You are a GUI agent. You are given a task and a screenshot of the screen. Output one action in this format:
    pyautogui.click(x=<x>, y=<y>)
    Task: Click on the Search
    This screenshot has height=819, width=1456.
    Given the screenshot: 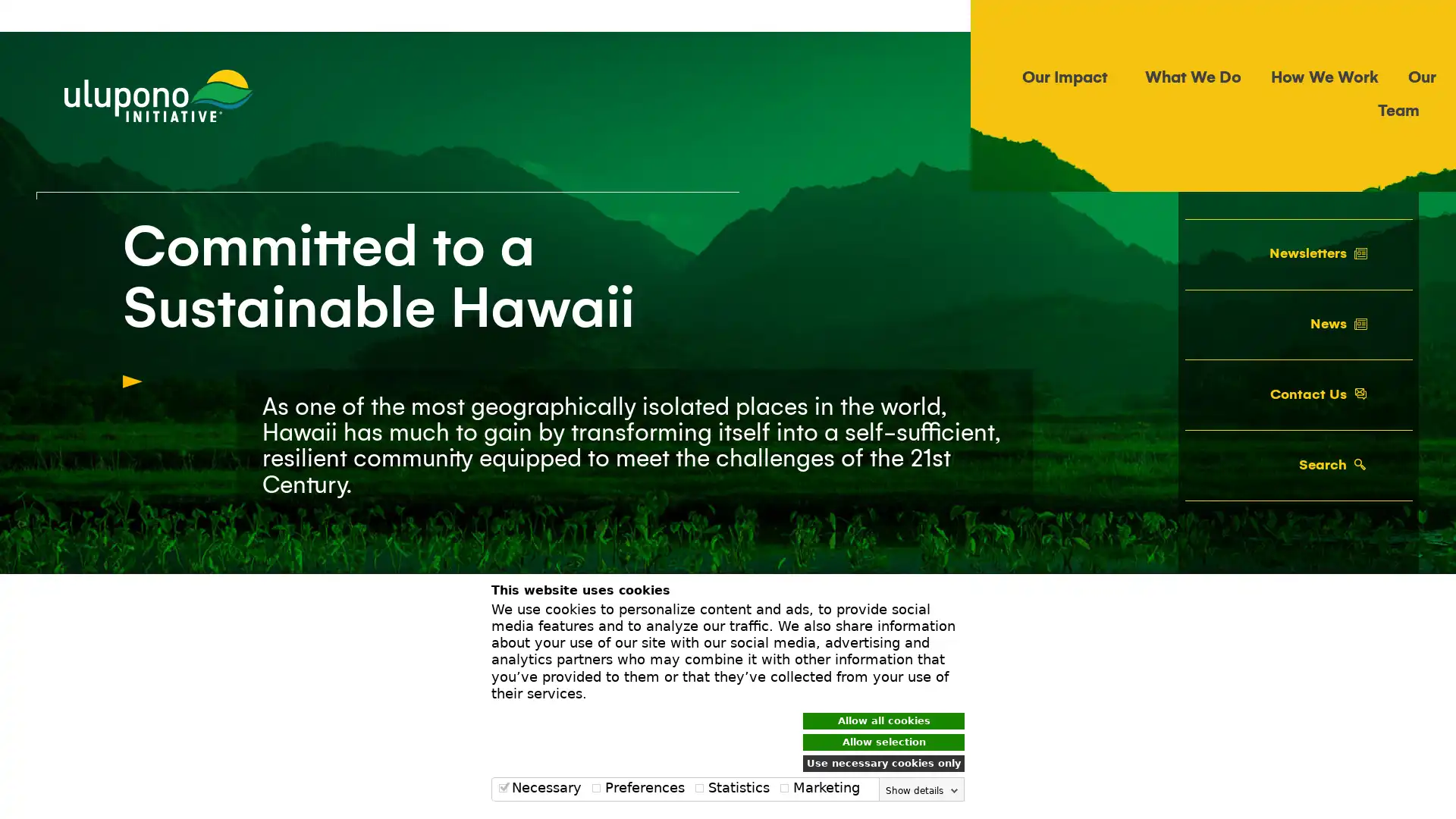 What is the action you would take?
    pyautogui.click(x=1203, y=64)
    